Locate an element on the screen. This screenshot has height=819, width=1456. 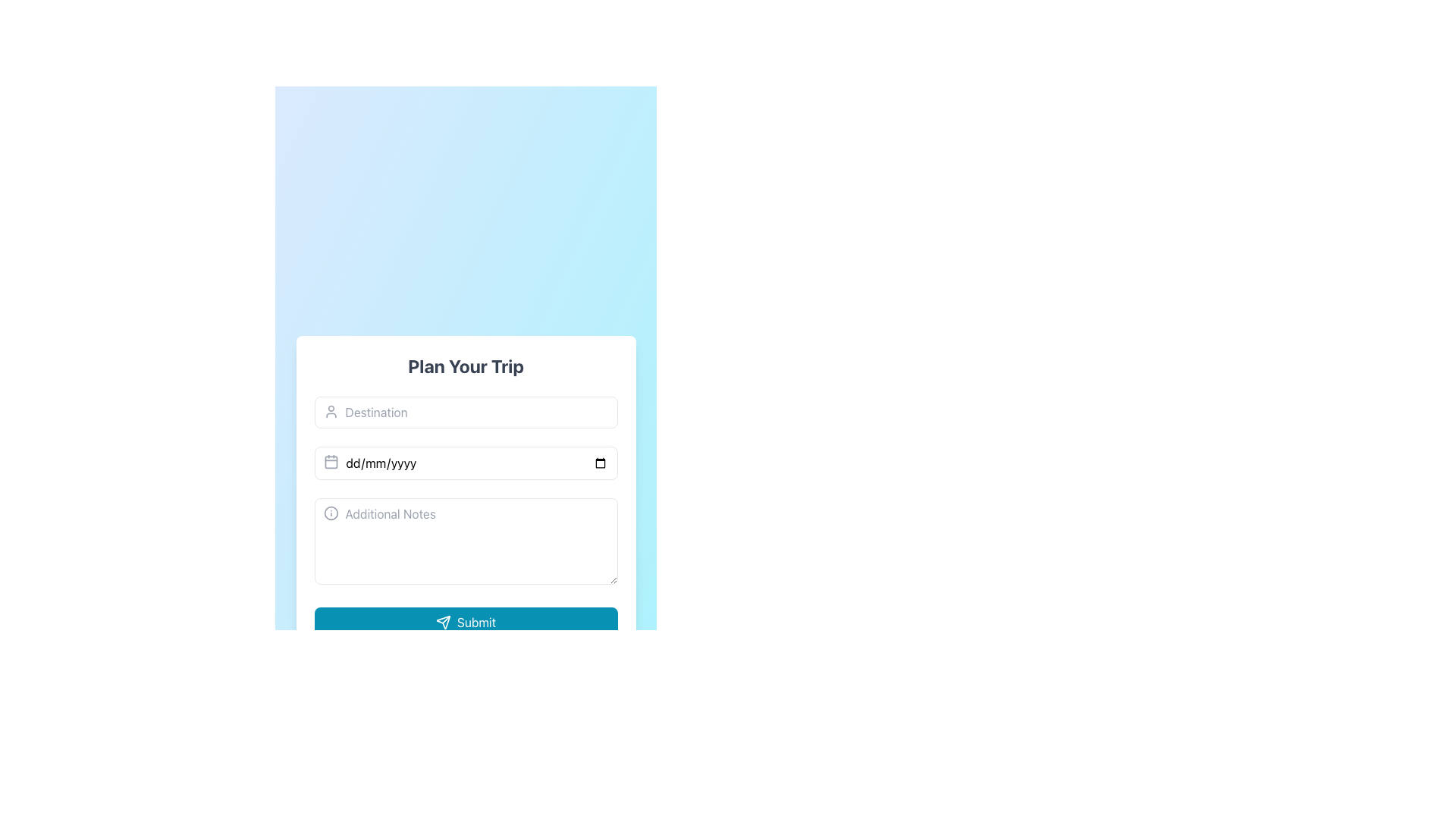
the date selection icon located on the left side of the date input field in the 'Plan Your Trip' form, which is positioned between the 'Destination' and 'Additional Notes' fields is located at coordinates (330, 461).